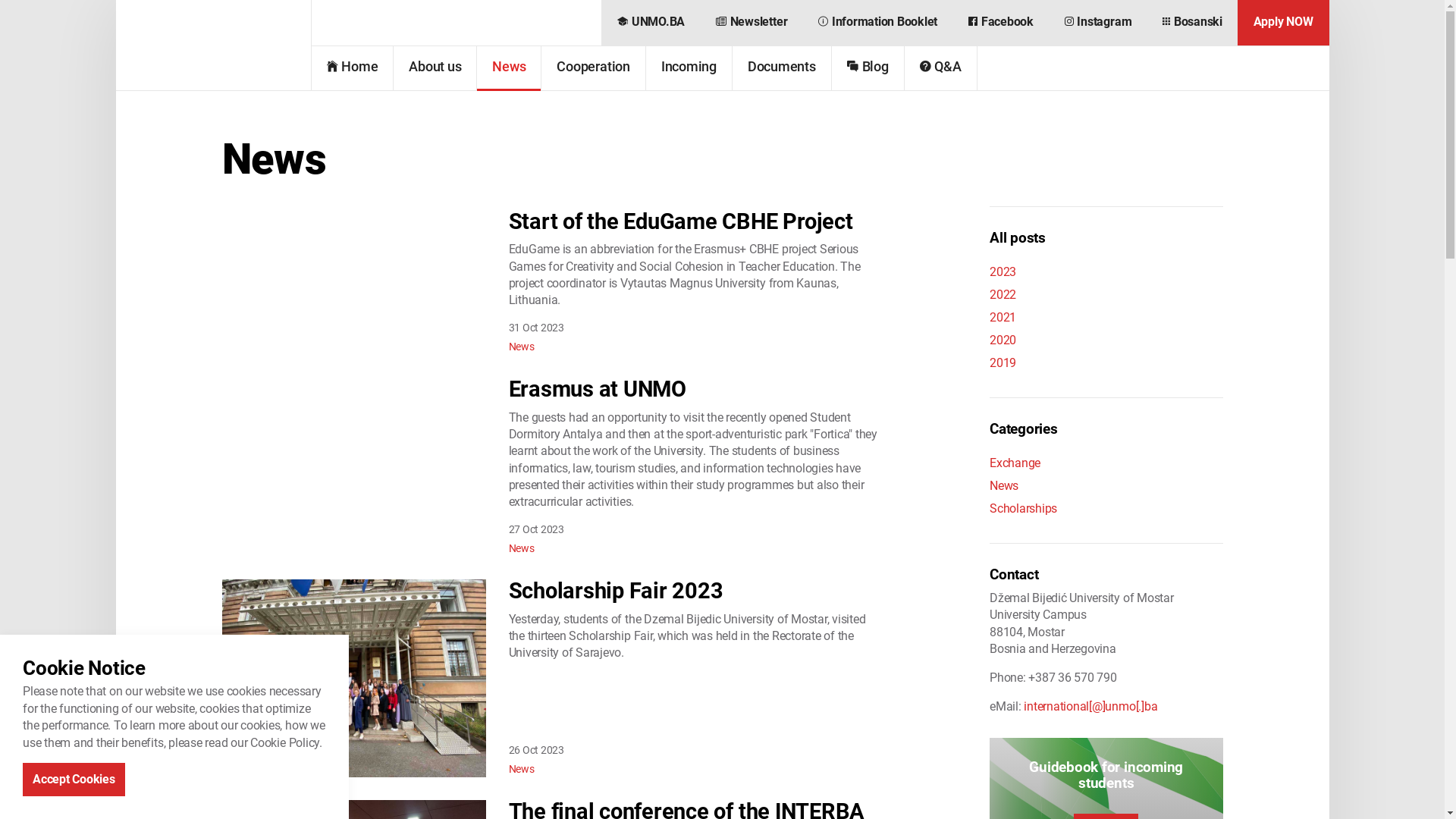 This screenshot has height=819, width=1456. I want to click on 'UNMO.BA', so click(600, 23).